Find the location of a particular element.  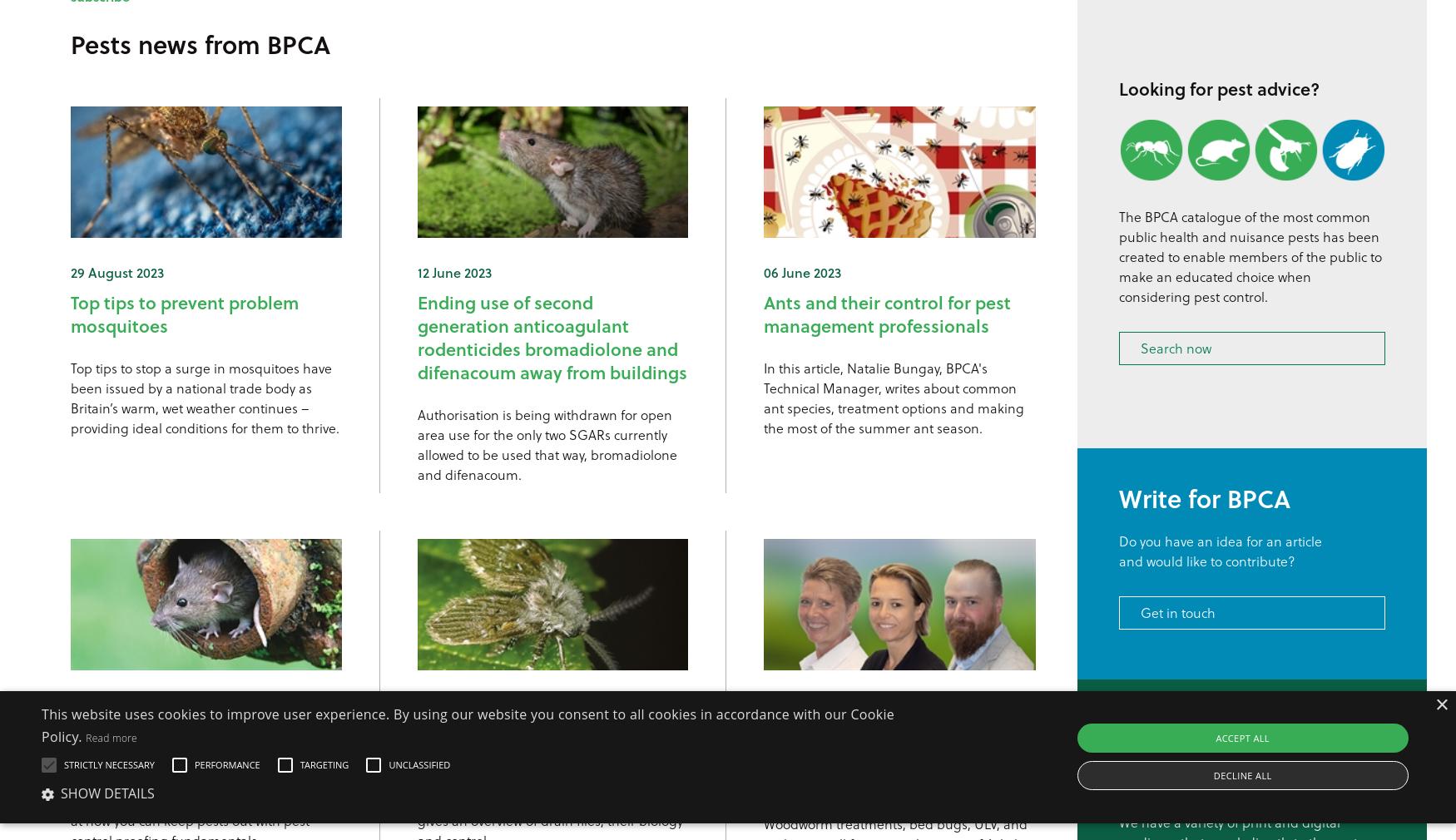

'This website uses cookies to improve user experience. By using our website you consent to all cookies in accordance with our Cookie Policy.' is located at coordinates (467, 724).